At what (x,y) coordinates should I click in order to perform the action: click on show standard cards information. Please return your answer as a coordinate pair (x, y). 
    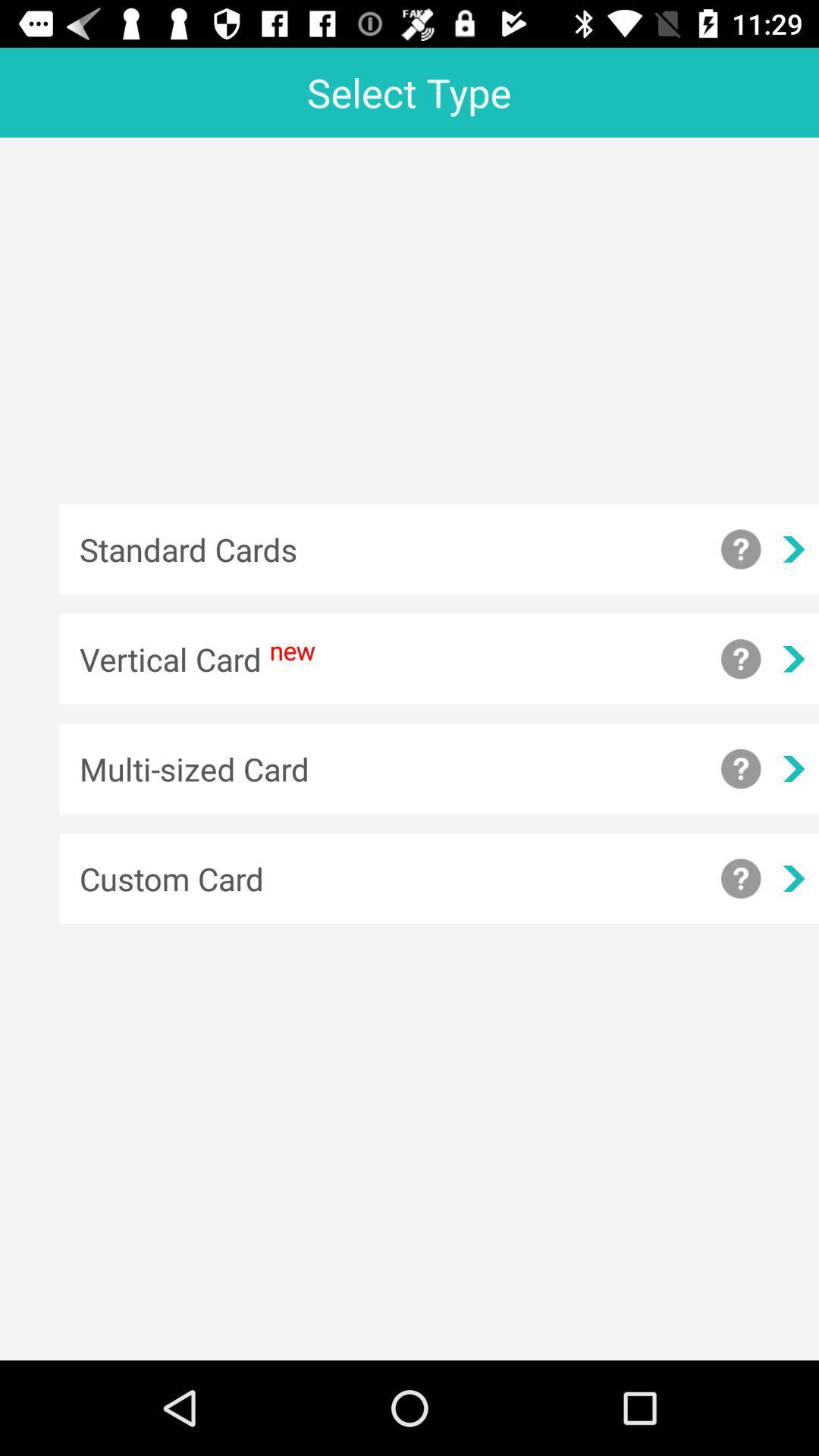
    Looking at the image, I should click on (740, 548).